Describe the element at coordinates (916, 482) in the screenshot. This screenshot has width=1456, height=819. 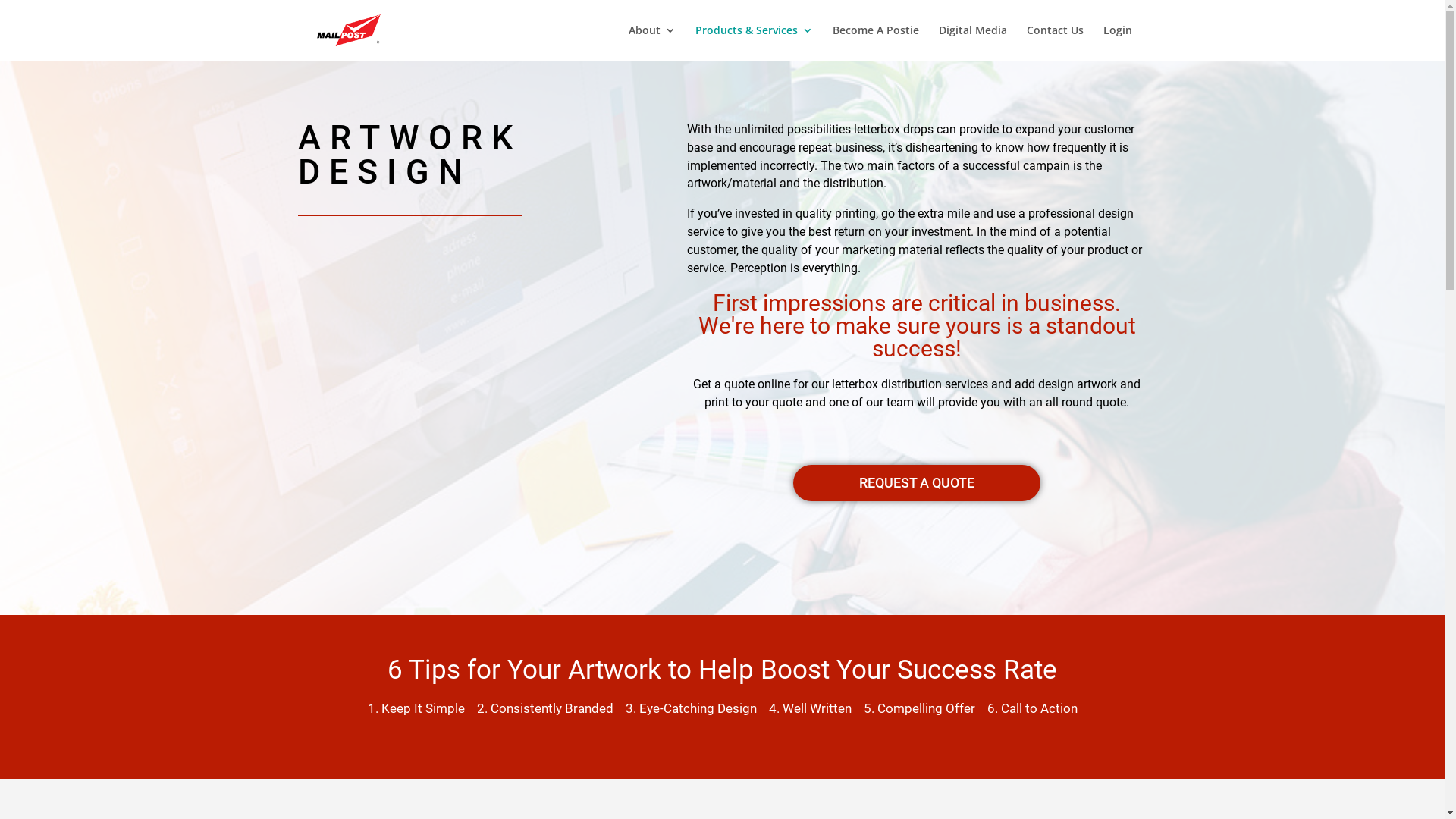
I see `'REQUEST A QUOTE'` at that location.